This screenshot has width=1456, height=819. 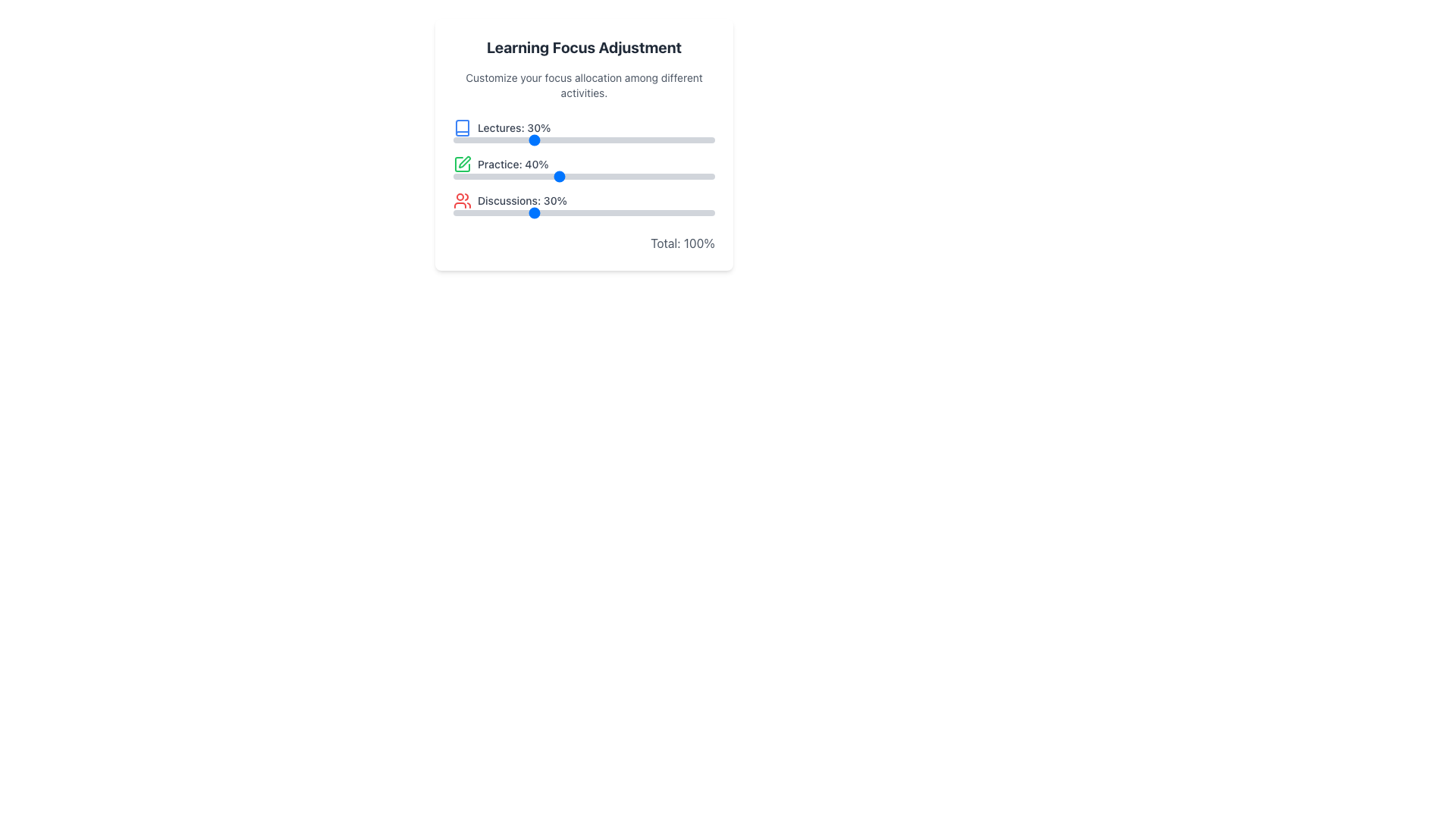 I want to click on the 'Practice' slider, so click(x=660, y=175).